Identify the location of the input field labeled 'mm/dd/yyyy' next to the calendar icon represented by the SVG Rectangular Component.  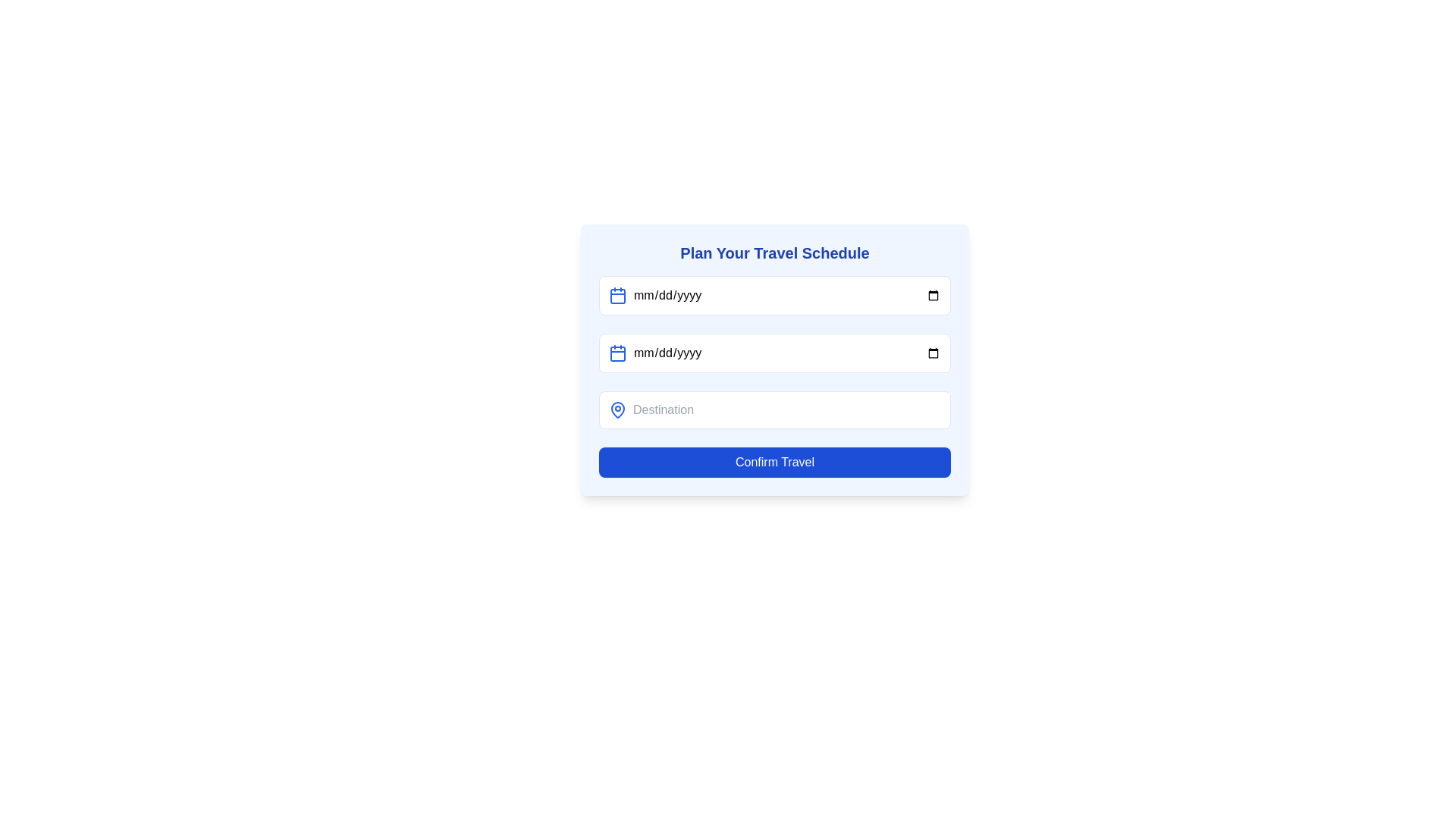
(618, 353).